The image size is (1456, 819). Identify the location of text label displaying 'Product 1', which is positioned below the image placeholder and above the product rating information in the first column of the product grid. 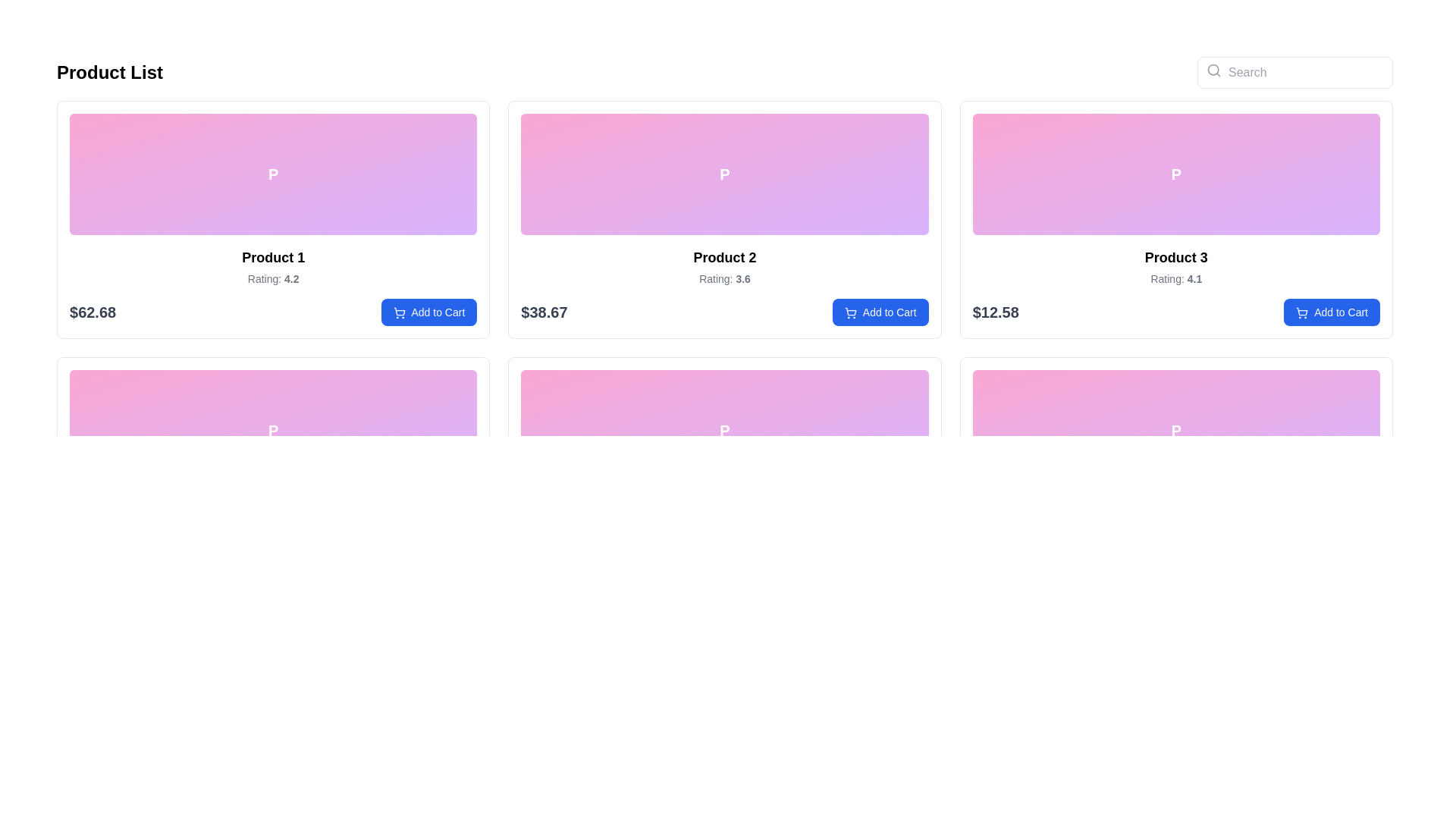
(273, 256).